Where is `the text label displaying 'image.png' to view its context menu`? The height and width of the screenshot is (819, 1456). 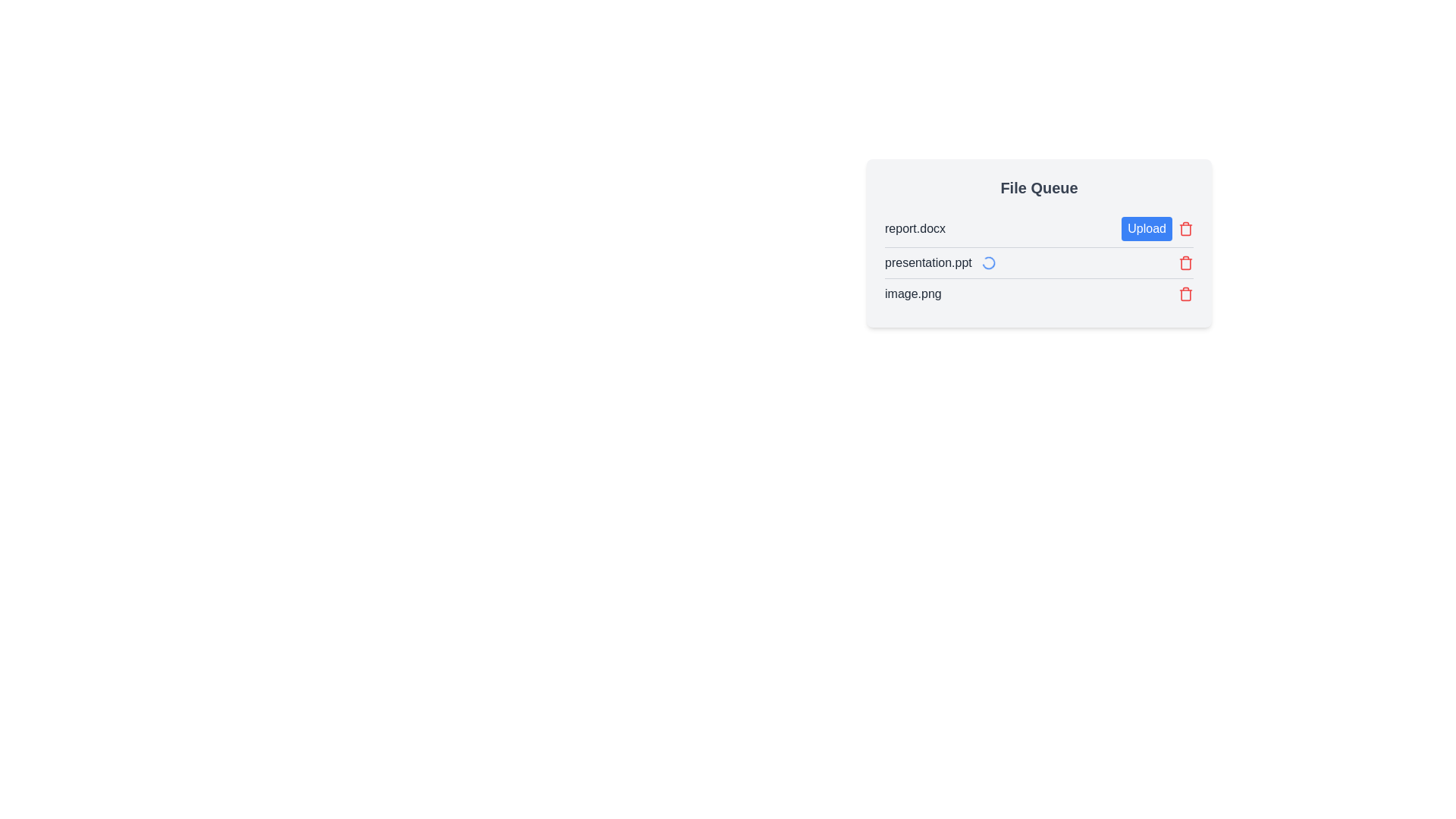 the text label displaying 'image.png' to view its context menu is located at coordinates (912, 294).